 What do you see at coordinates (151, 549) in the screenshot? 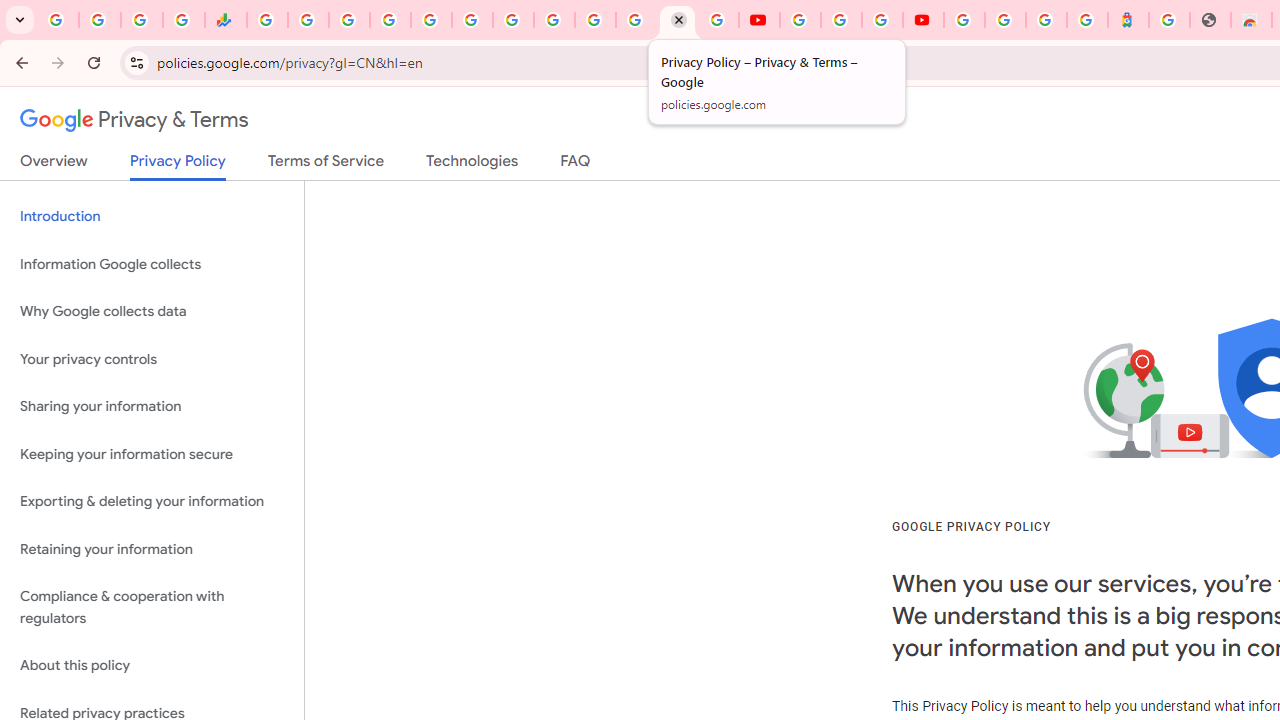
I see `'Retaining your information'` at bounding box center [151, 549].